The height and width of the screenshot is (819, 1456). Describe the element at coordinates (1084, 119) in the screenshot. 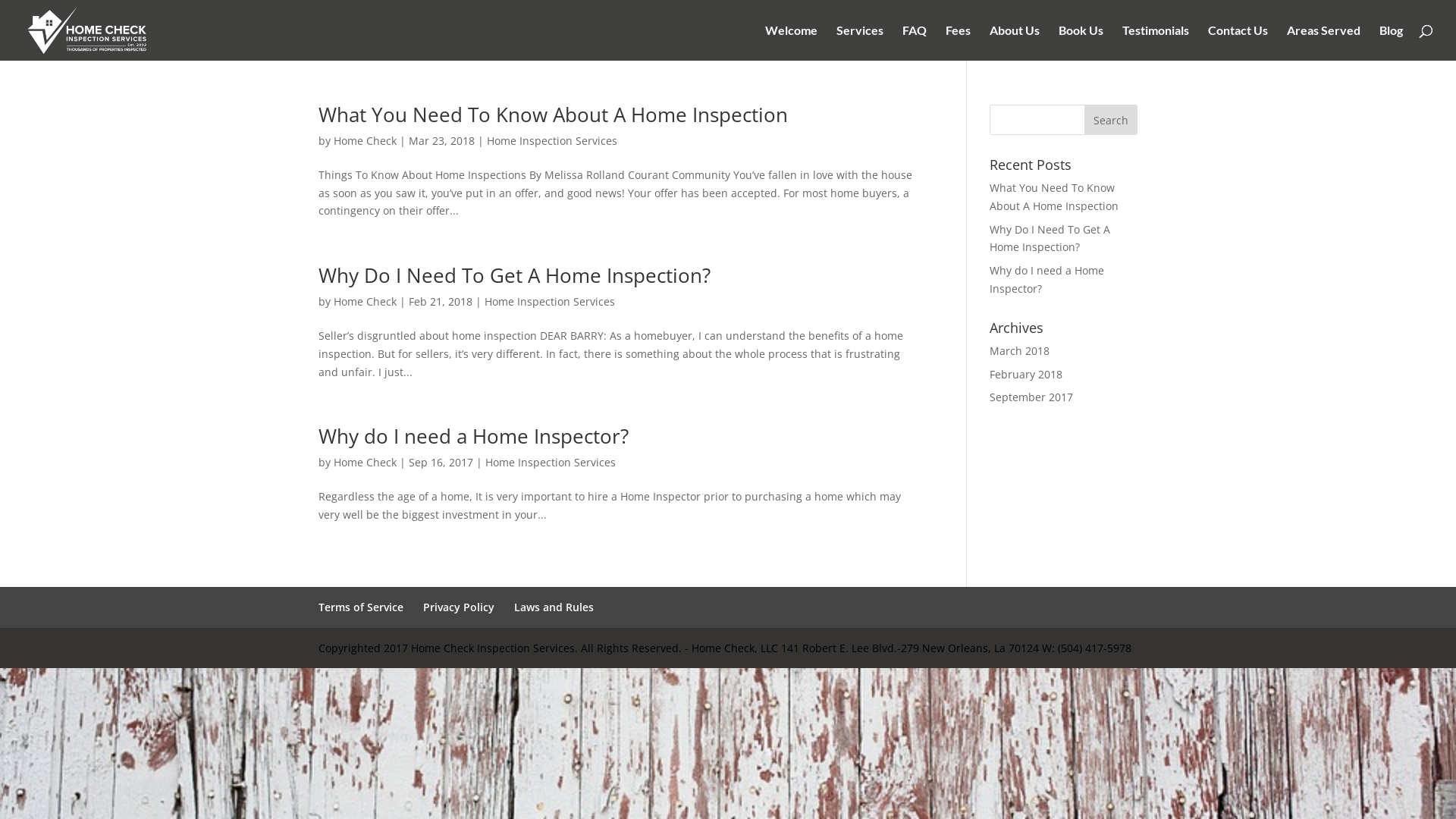

I see `'Search'` at that location.